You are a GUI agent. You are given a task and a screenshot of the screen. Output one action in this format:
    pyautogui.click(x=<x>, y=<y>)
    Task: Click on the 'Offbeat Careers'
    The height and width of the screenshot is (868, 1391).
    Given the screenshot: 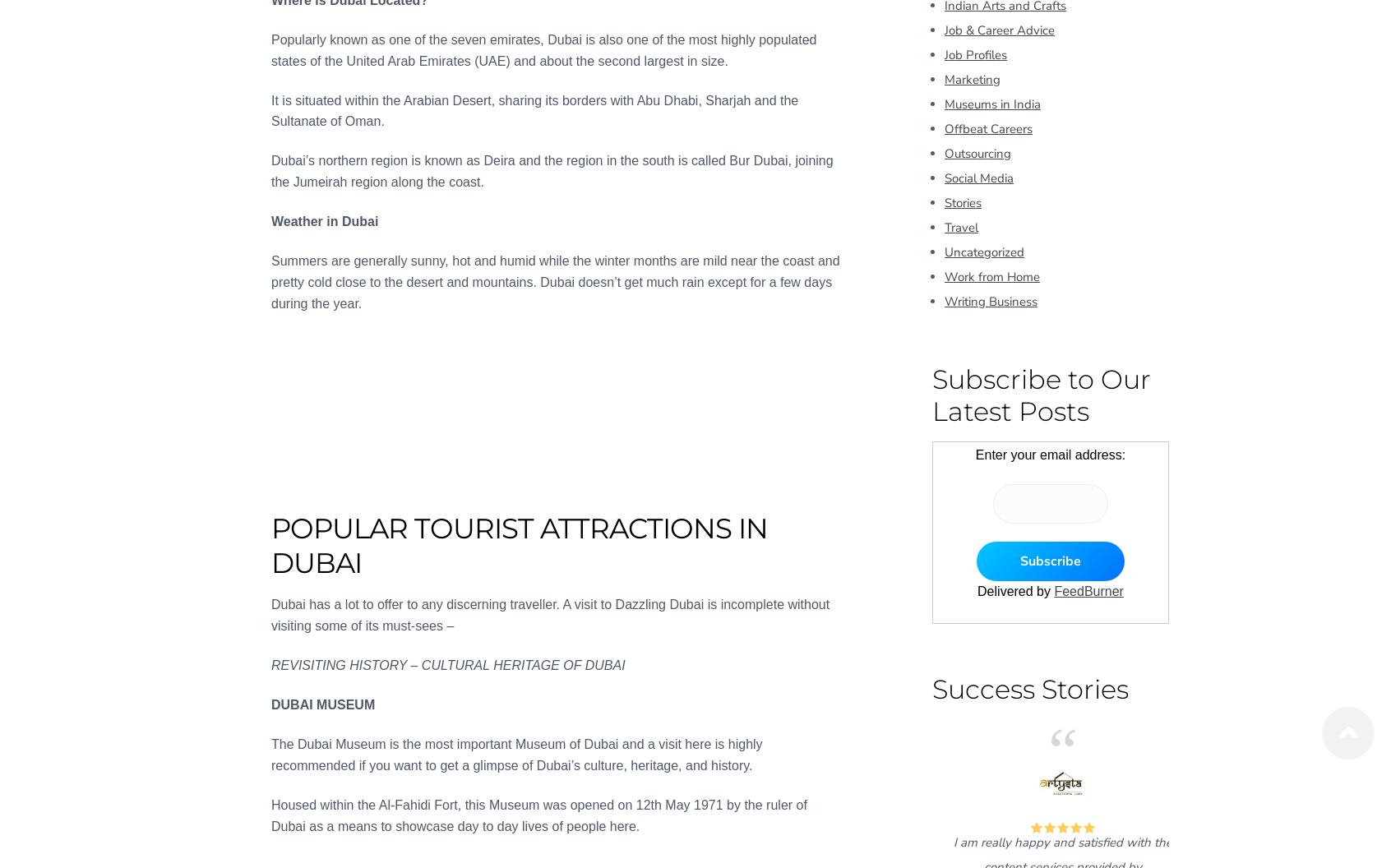 What is the action you would take?
    pyautogui.click(x=988, y=127)
    